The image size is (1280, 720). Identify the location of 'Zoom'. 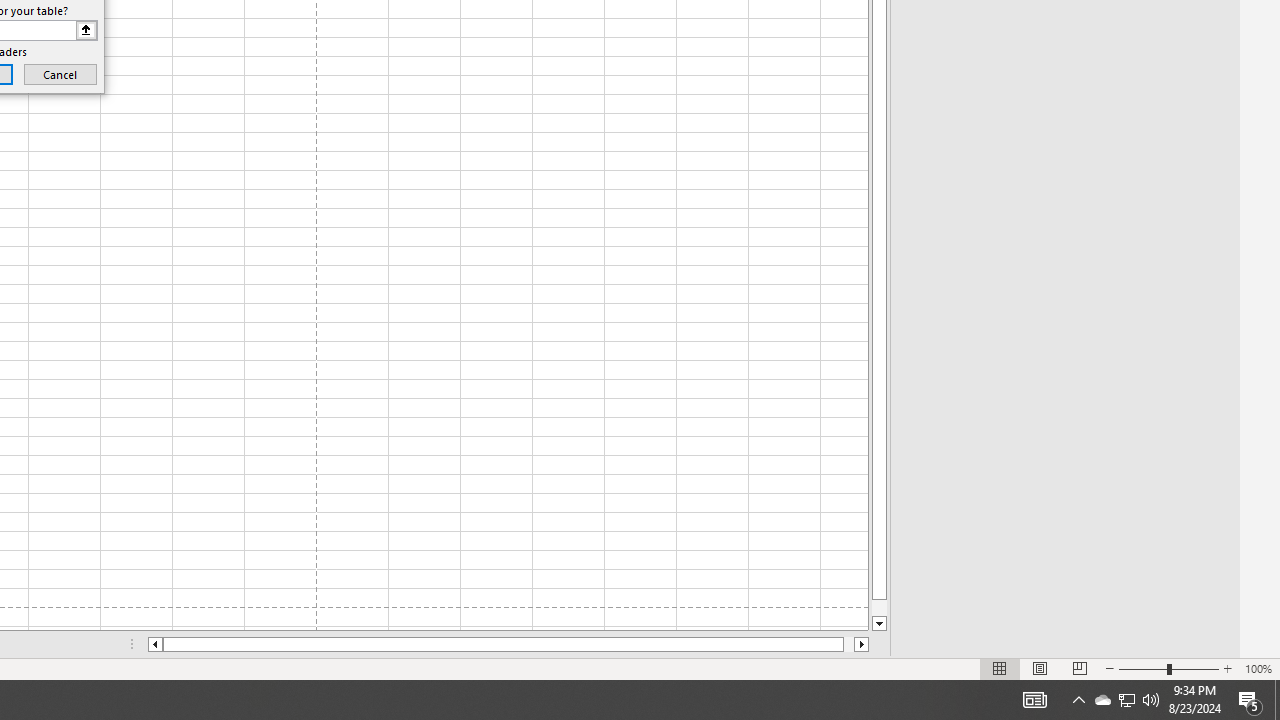
(1168, 669).